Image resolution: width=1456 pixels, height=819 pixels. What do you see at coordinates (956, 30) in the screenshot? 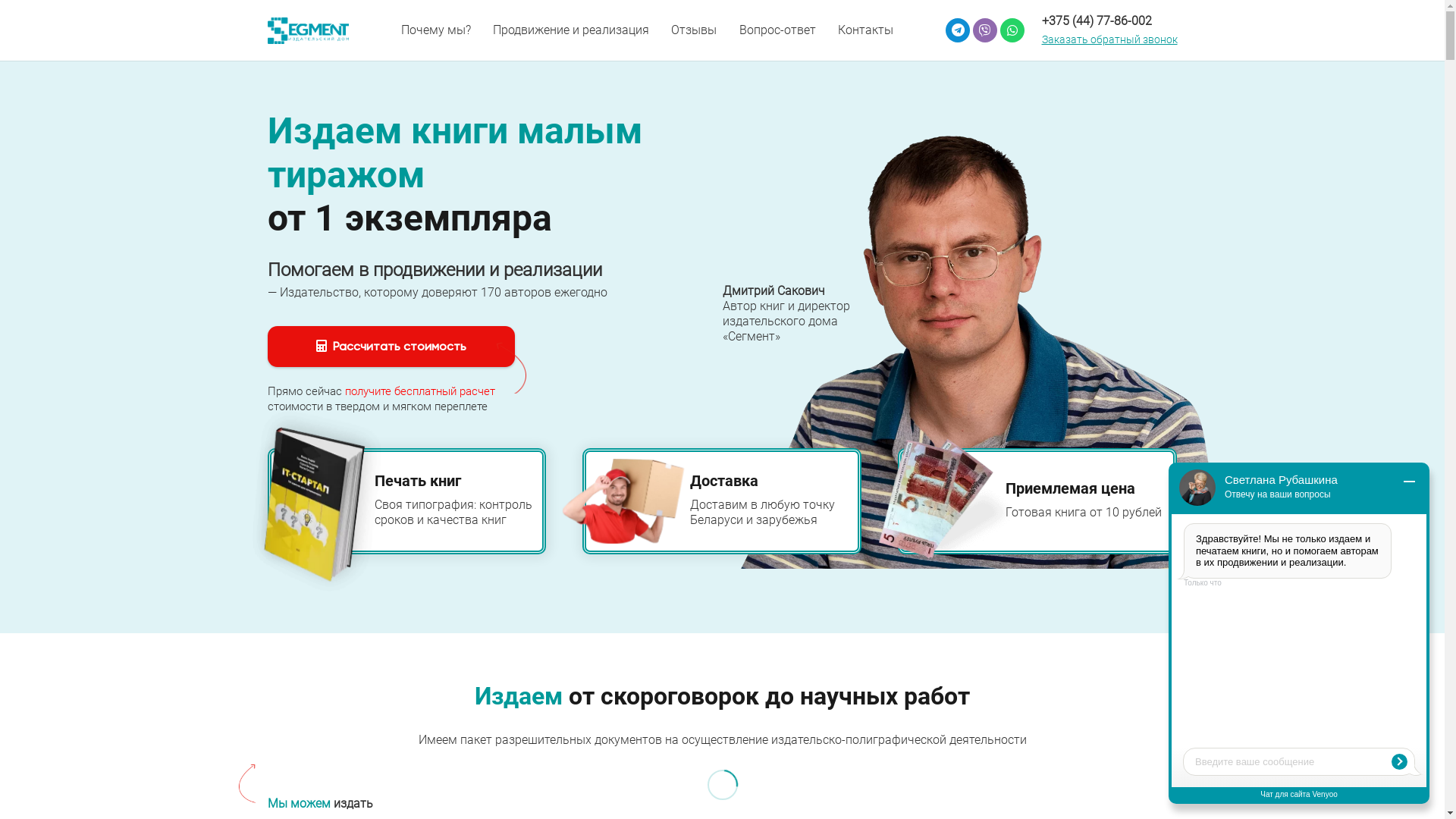
I see `'Telegram'` at bounding box center [956, 30].